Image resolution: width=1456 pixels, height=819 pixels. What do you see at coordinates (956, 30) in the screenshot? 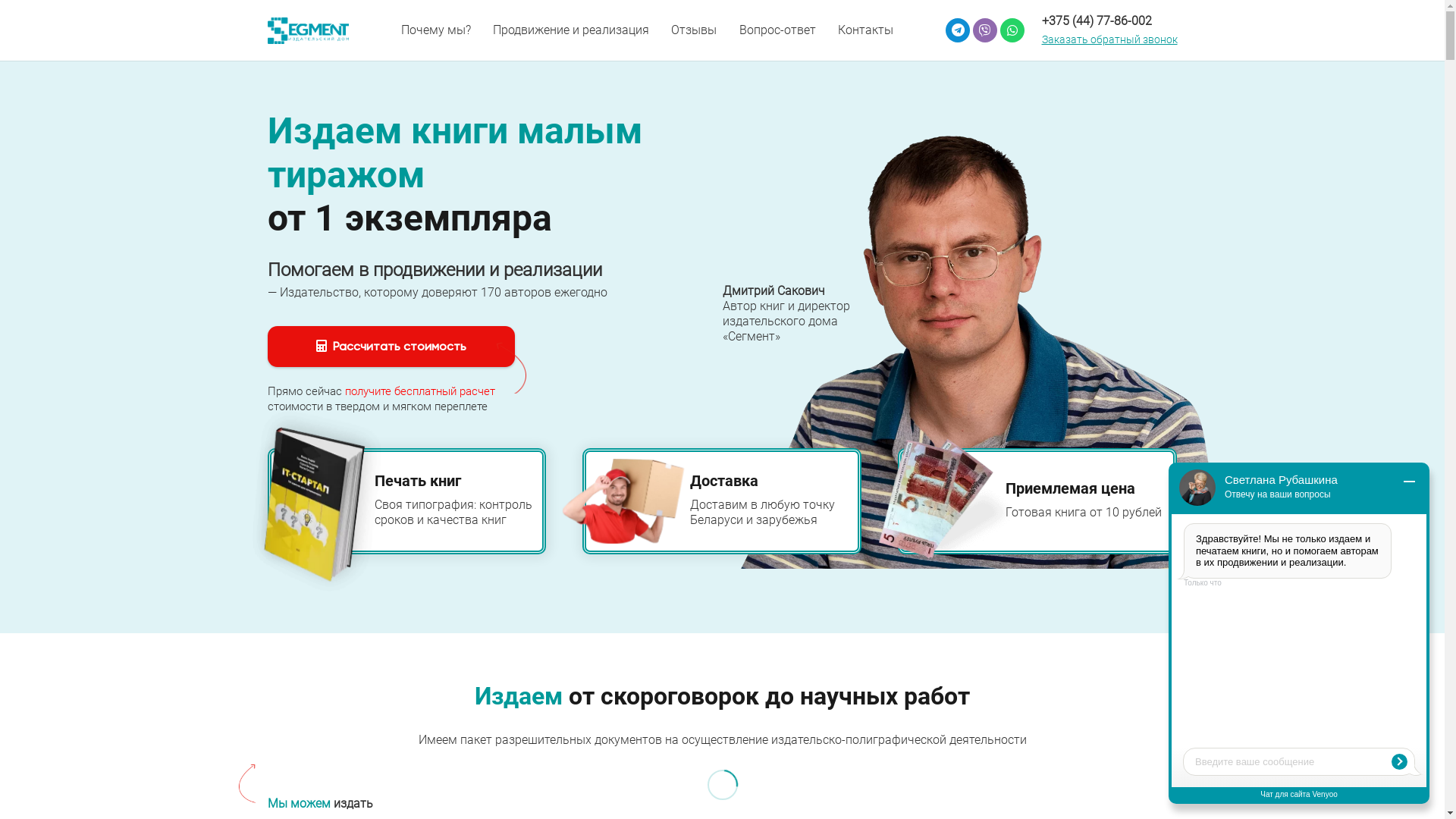
I see `'Telegram'` at bounding box center [956, 30].